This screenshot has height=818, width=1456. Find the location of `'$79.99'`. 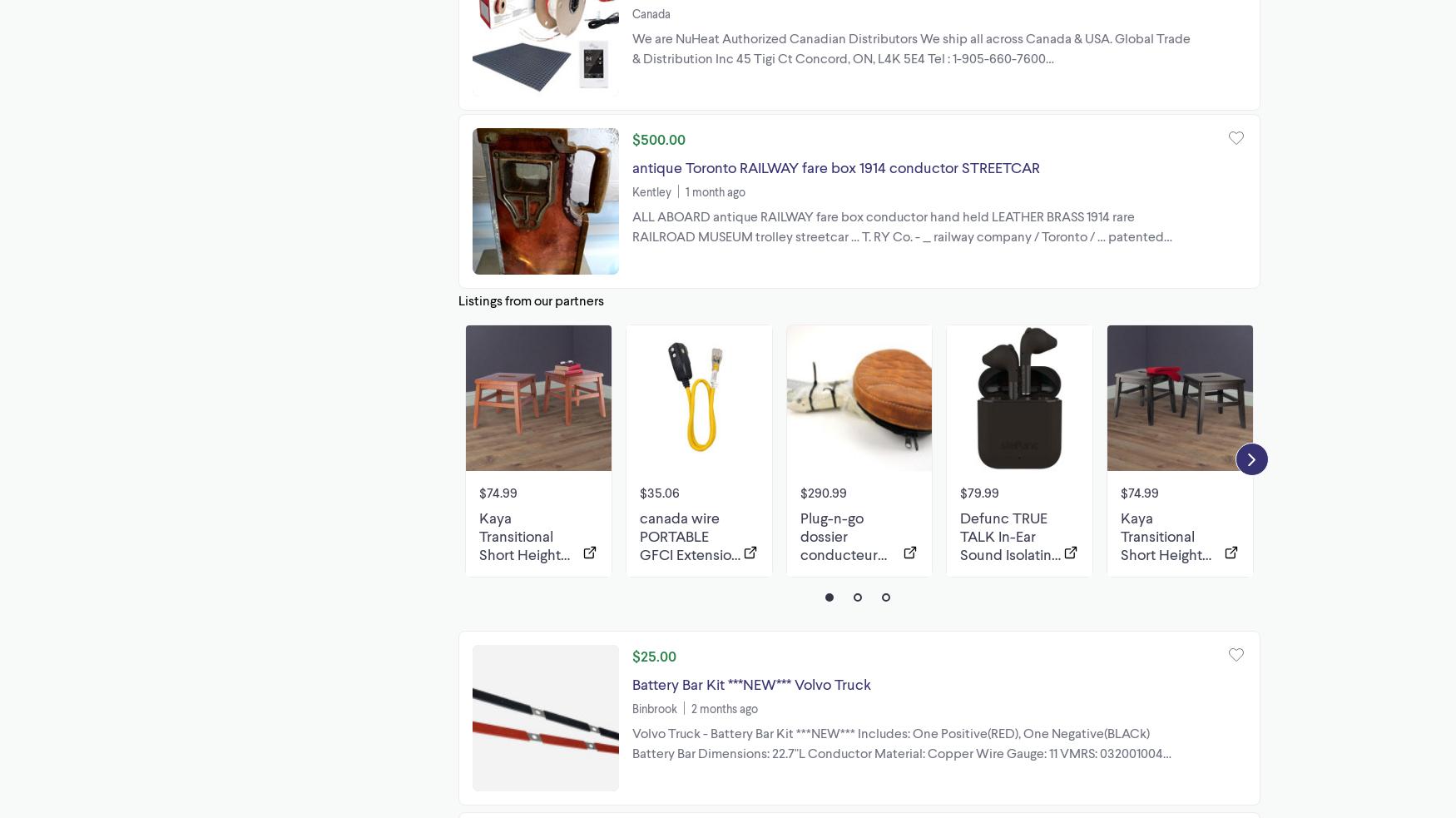

'$79.99' is located at coordinates (958, 491).